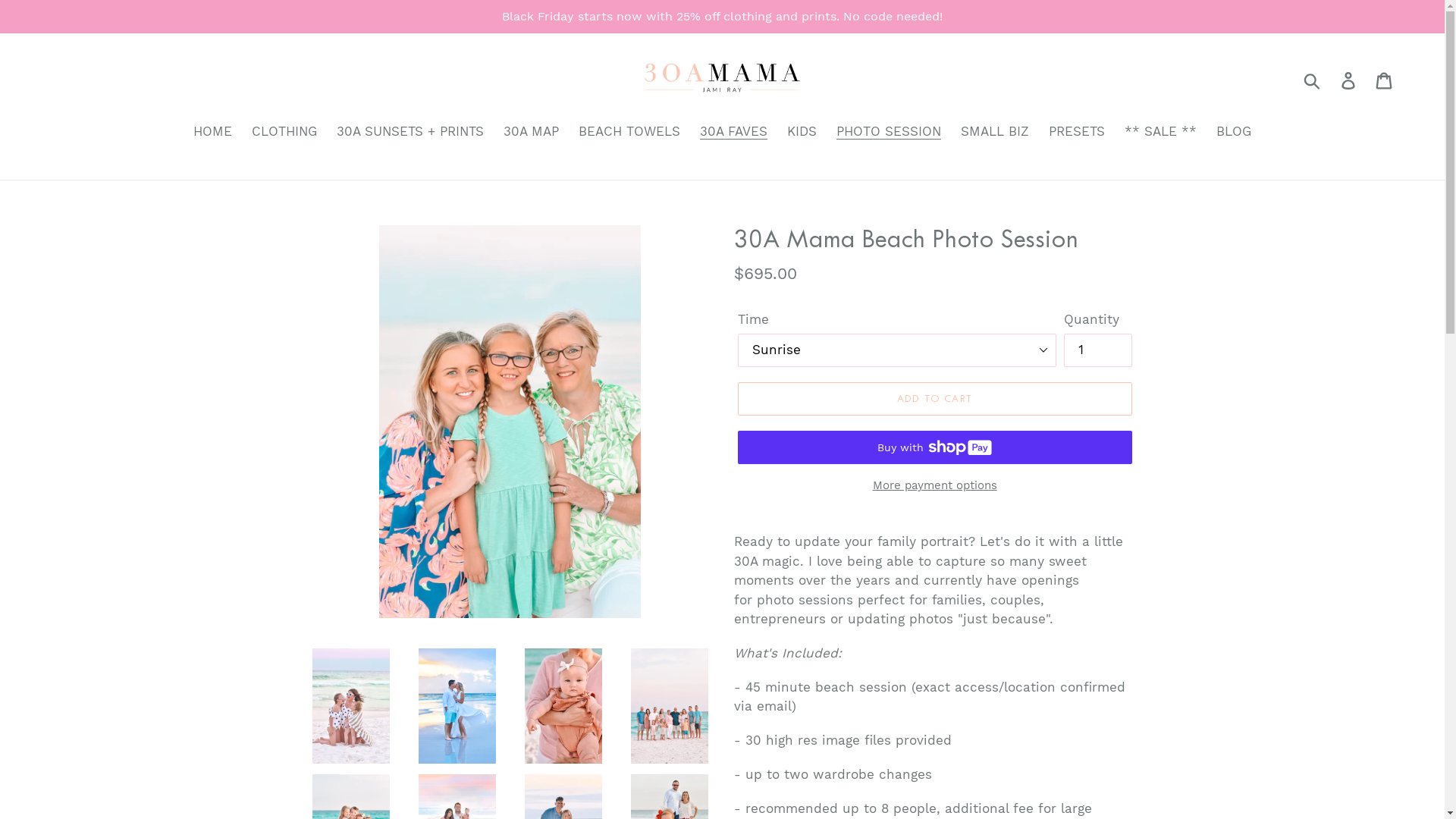 This screenshot has height=819, width=1456. Describe the element at coordinates (779, 132) in the screenshot. I see `'KIDS'` at that location.